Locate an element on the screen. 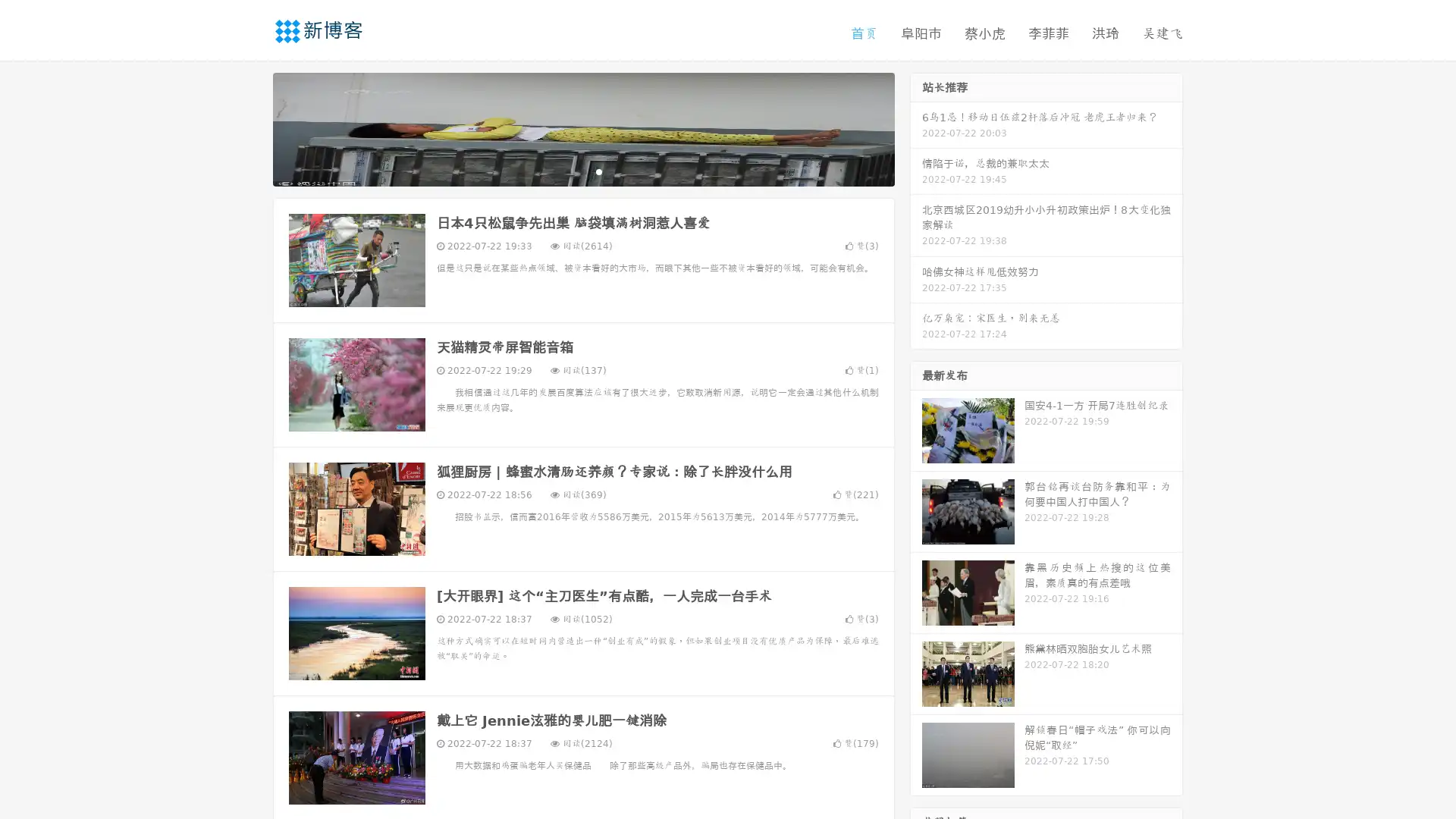 This screenshot has width=1456, height=819. Go to slide 2 is located at coordinates (582, 171).